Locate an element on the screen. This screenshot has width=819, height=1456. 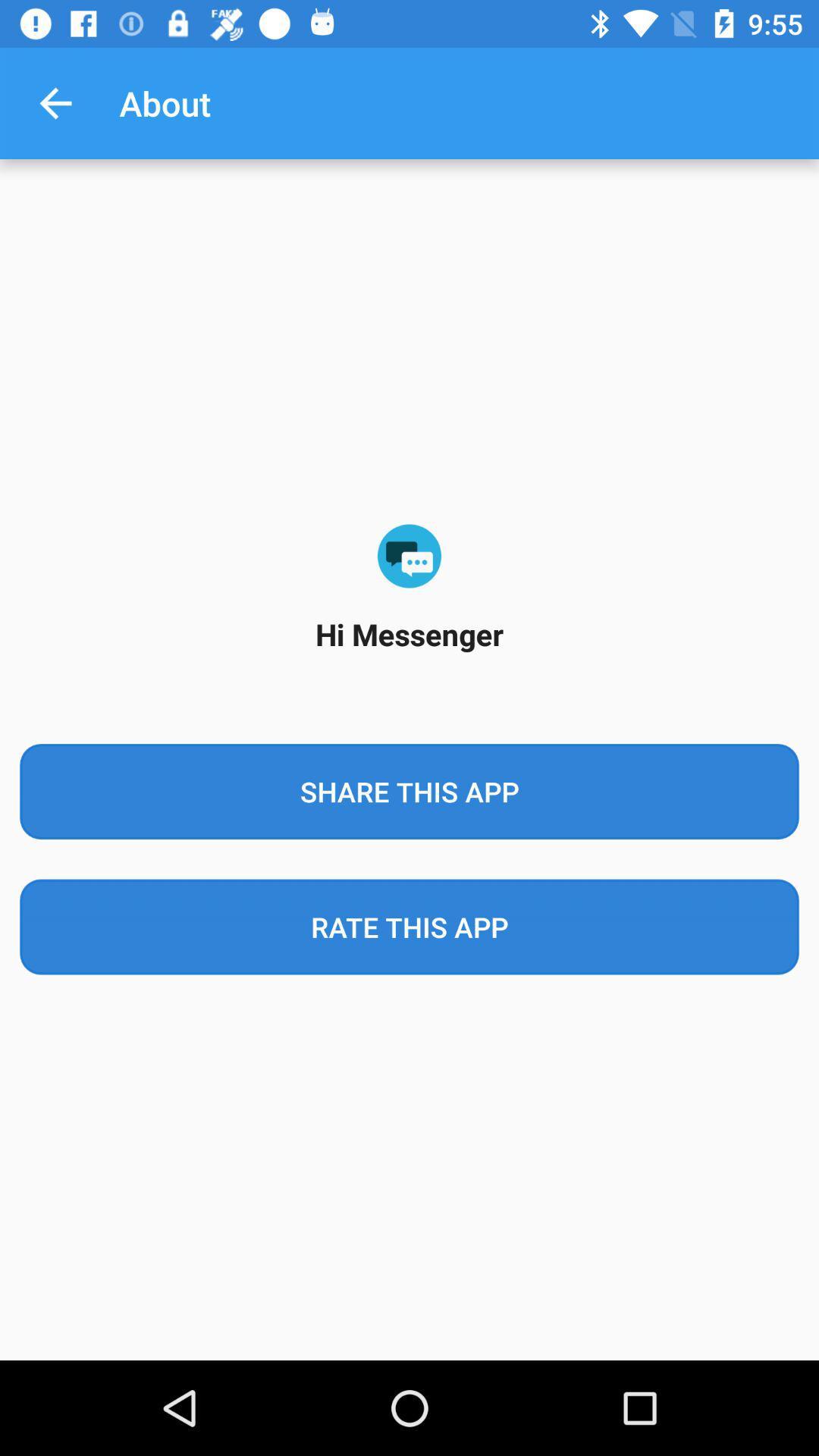
the app next to about item is located at coordinates (55, 102).